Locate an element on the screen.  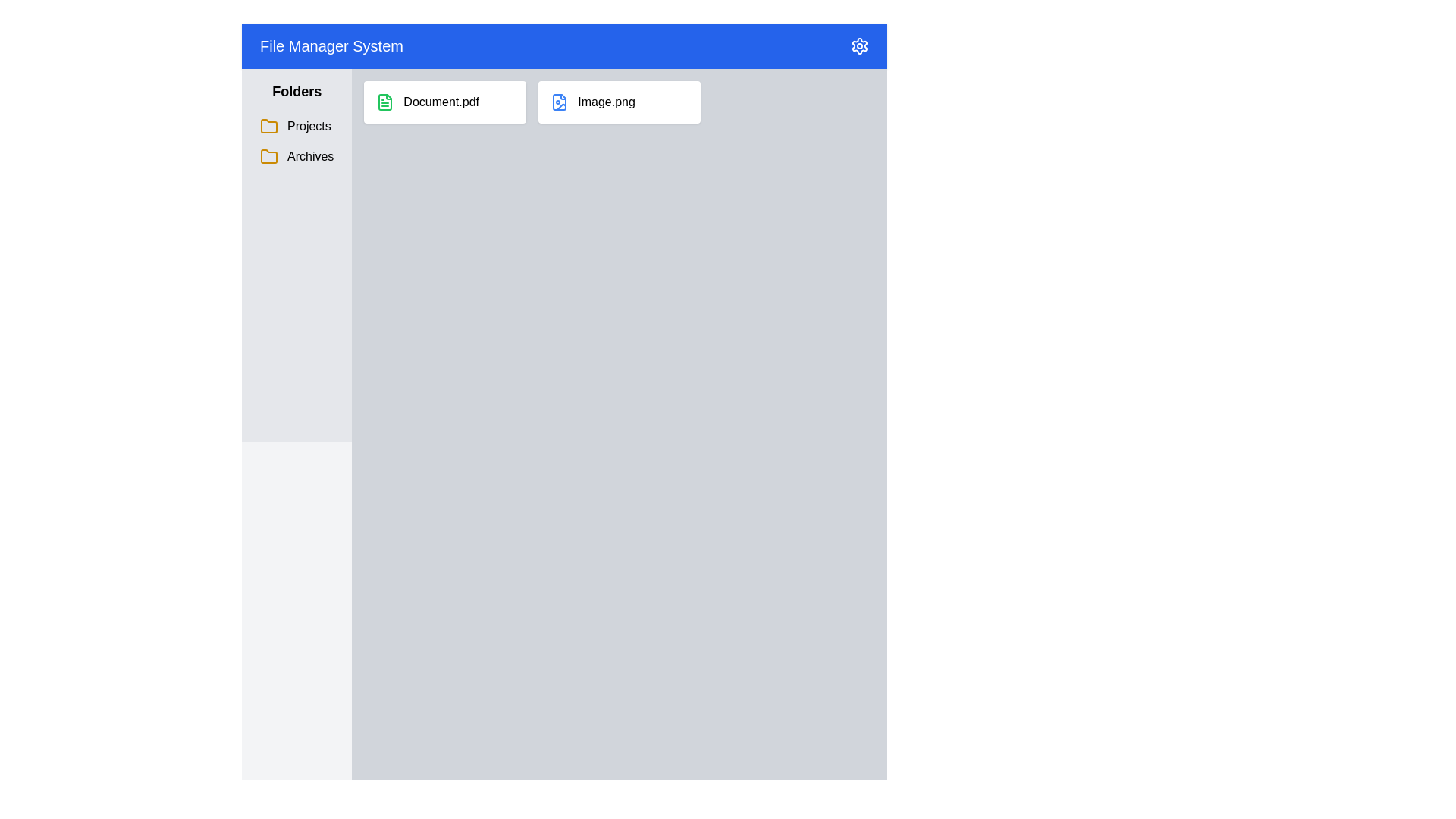
the text label displaying 'Document.pdf', which is located to the right of a green file icon in the main content area of the user interface is located at coordinates (441, 102).